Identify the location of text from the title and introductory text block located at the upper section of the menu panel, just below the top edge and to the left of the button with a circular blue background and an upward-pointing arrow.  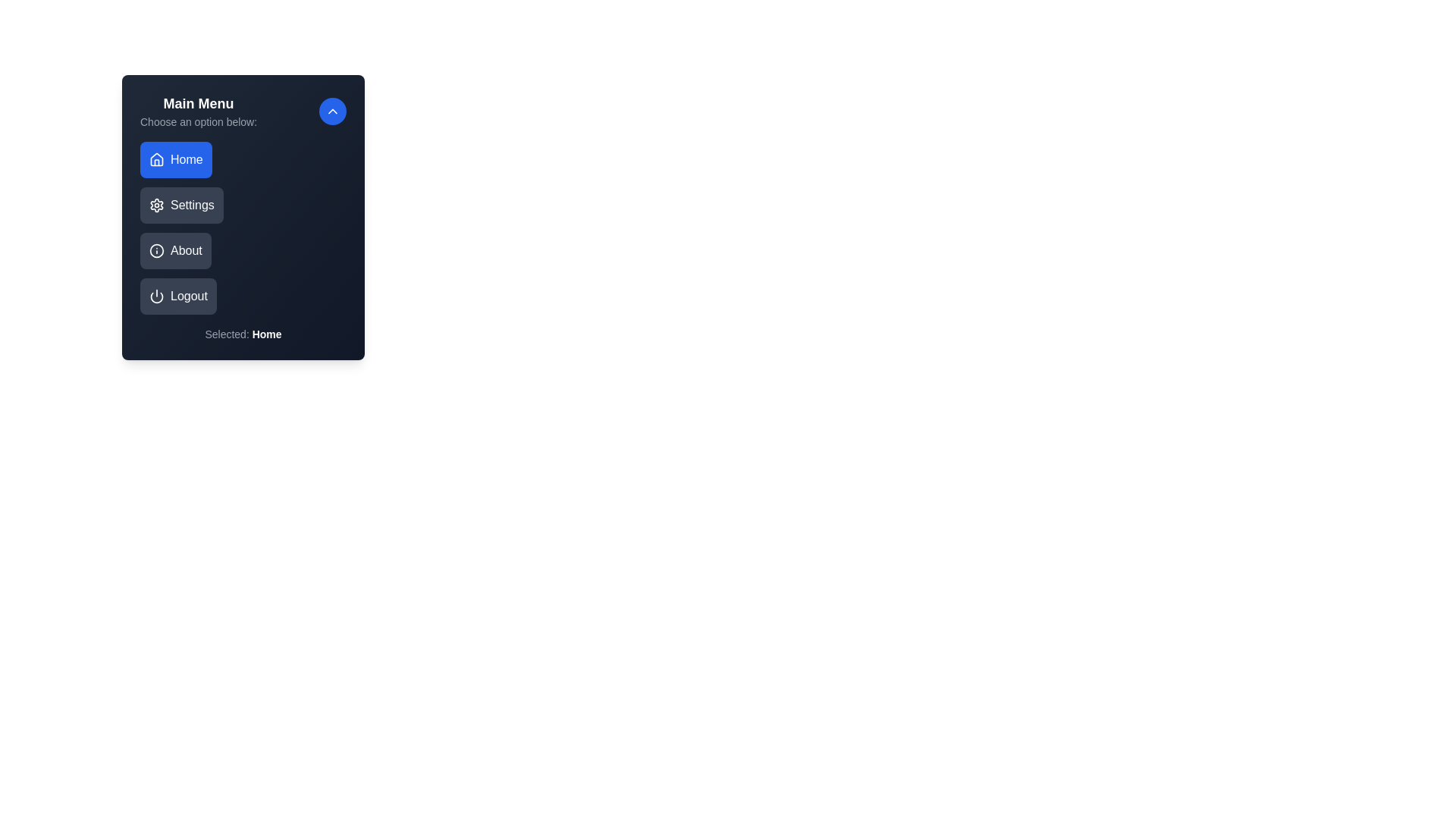
(198, 110).